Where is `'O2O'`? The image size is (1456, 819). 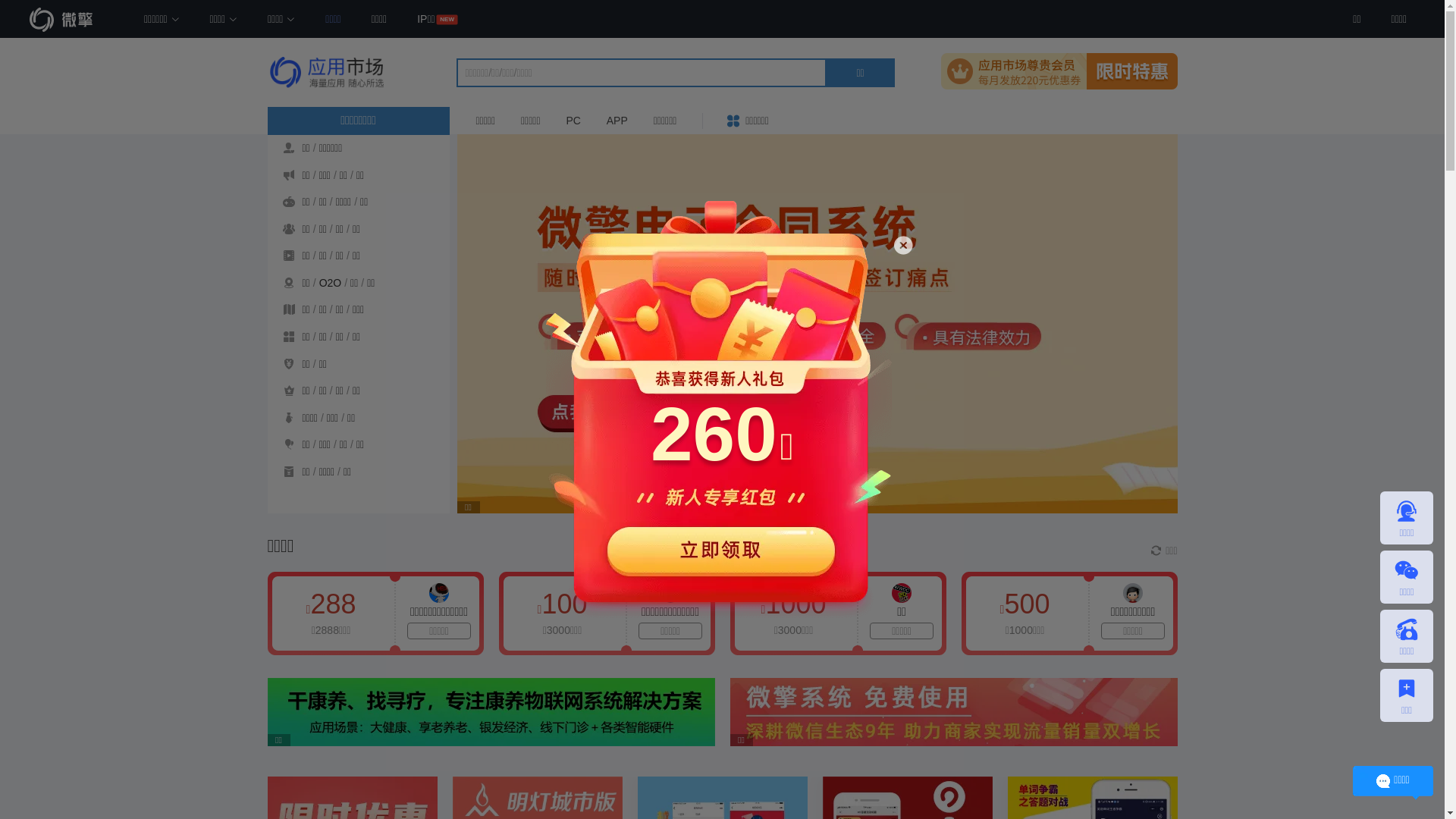
'O2O' is located at coordinates (330, 283).